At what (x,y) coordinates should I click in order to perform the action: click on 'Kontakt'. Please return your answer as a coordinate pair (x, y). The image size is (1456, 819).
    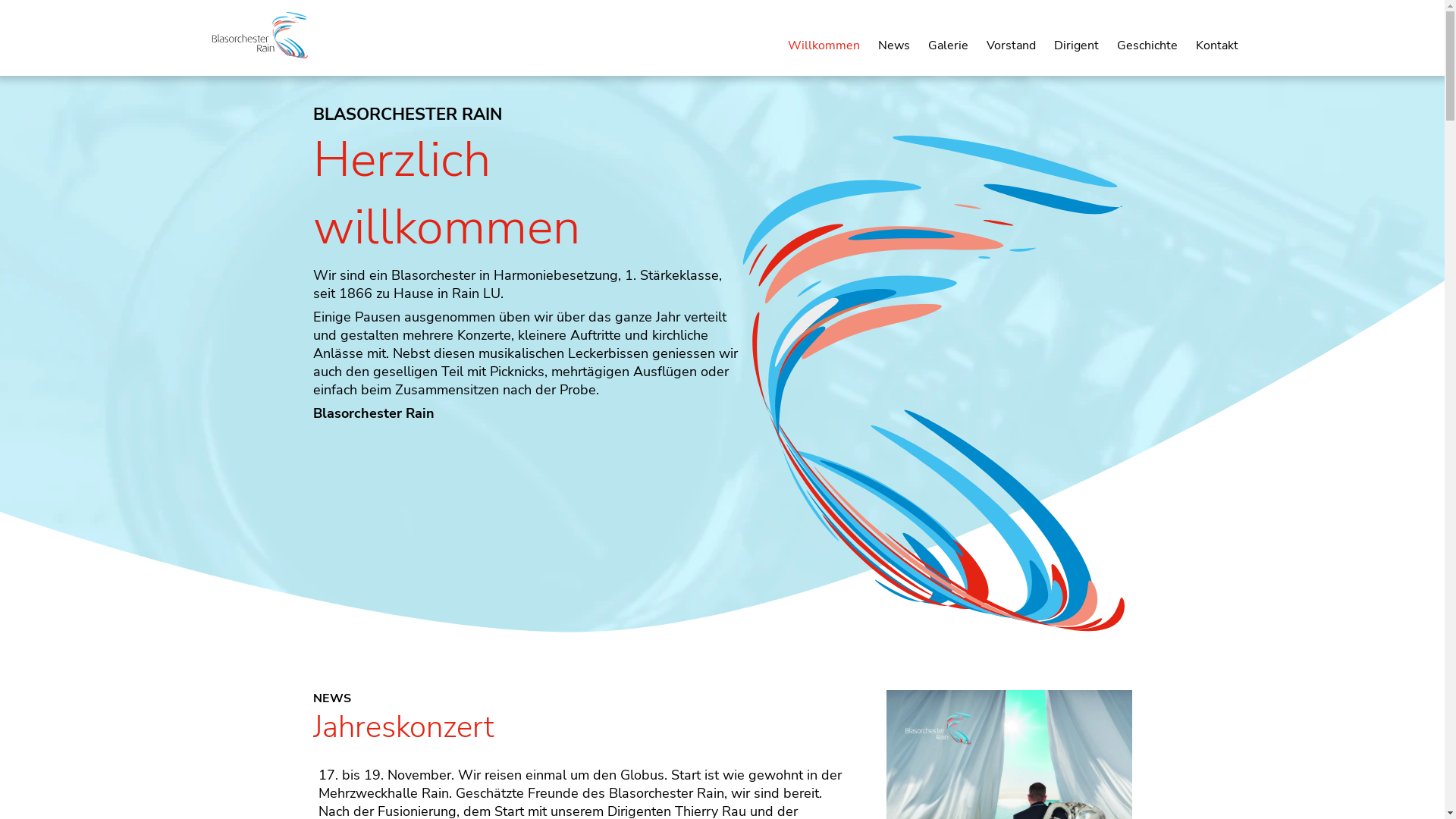
    Looking at the image, I should click on (1216, 45).